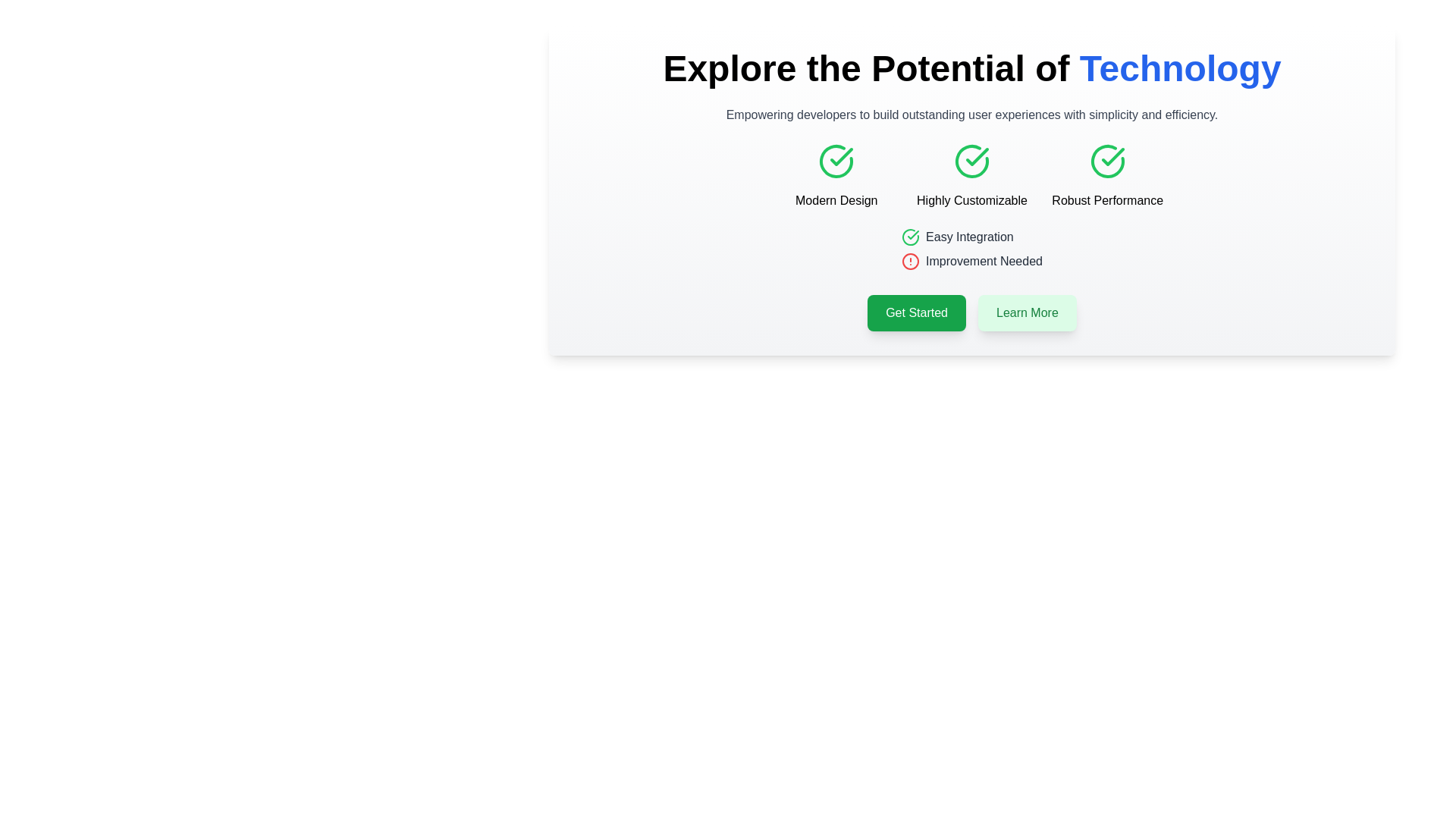  Describe the element at coordinates (910, 237) in the screenshot. I see `the green circular icon with a check mark inside, indicating completion or success, positioned adjacent to the text 'Easy Integration'` at that location.